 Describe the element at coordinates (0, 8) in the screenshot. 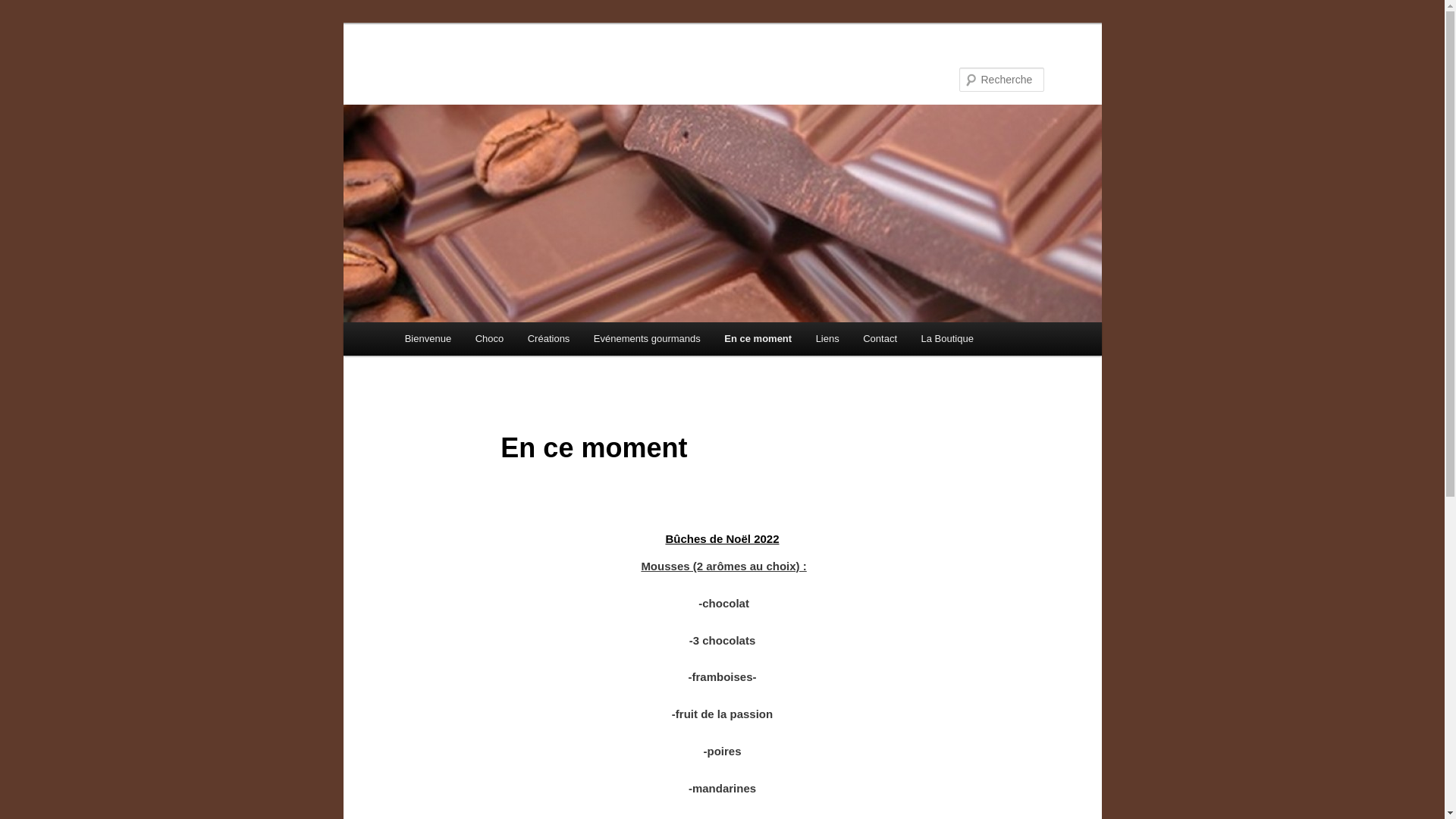

I see `'Recherche'` at that location.